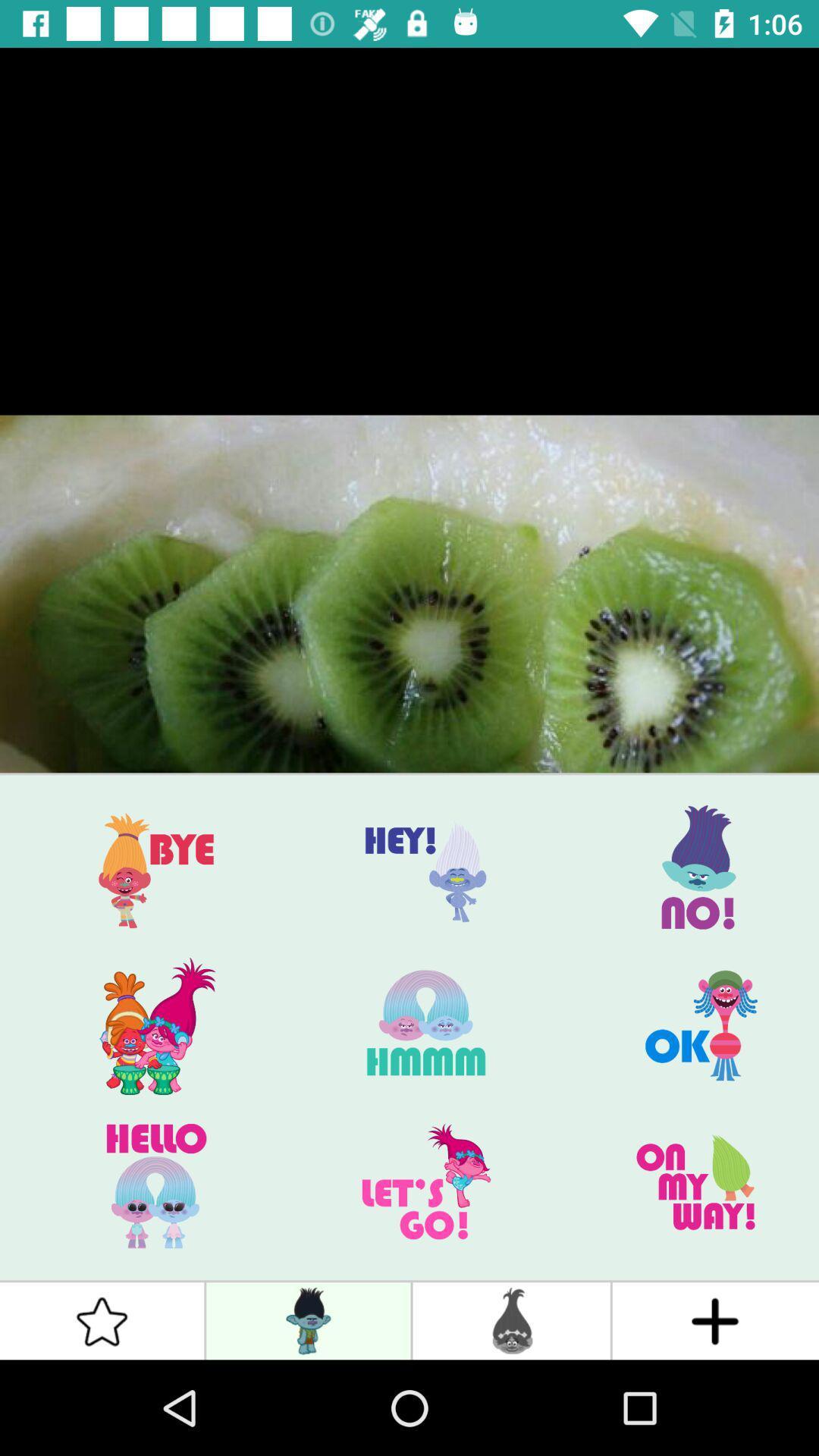 Image resolution: width=819 pixels, height=1456 pixels. What do you see at coordinates (715, 1320) in the screenshot?
I see `the add icon` at bounding box center [715, 1320].